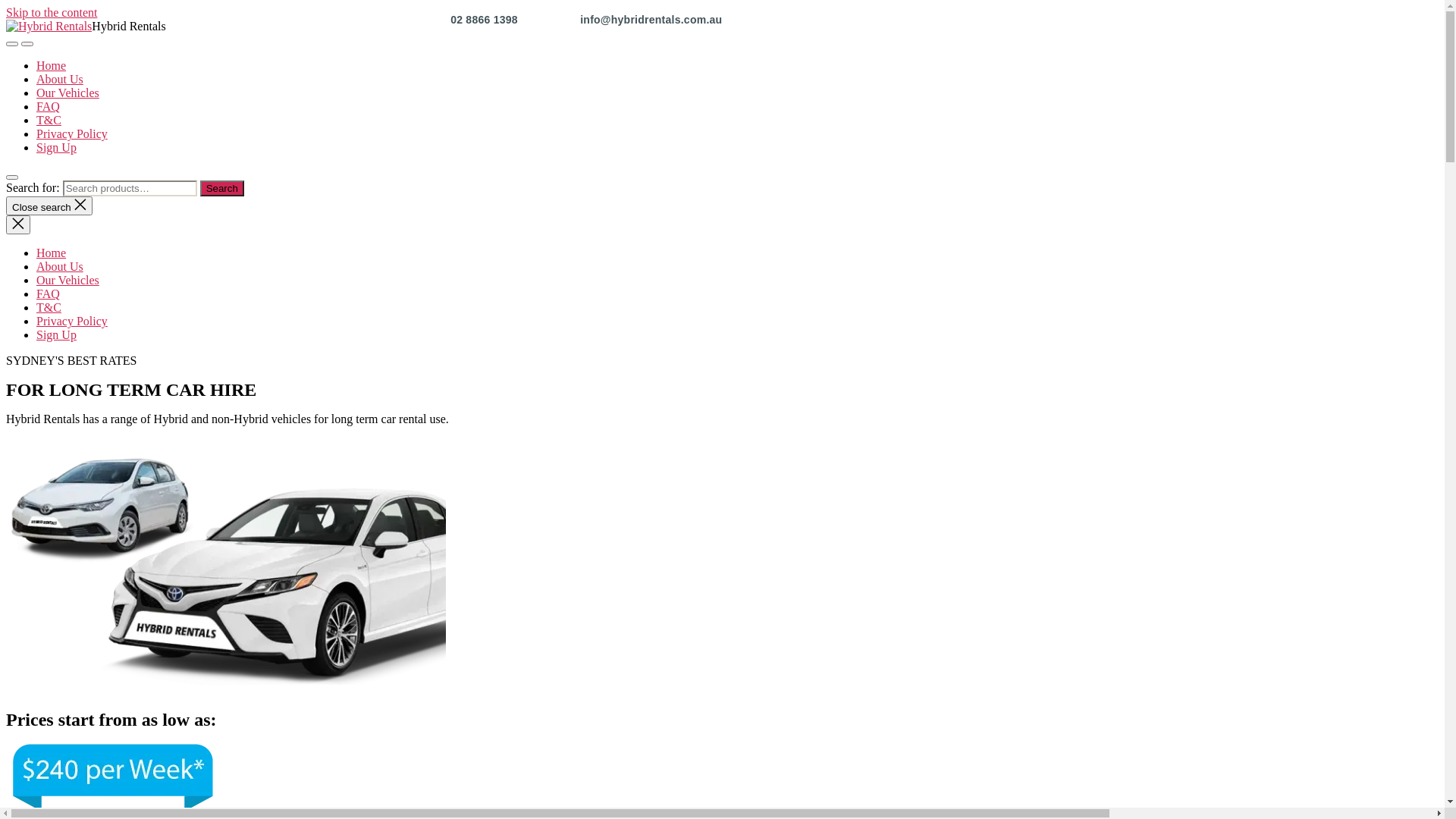 Image resolution: width=1456 pixels, height=819 pixels. Describe the element at coordinates (36, 334) in the screenshot. I see `'Sign Up'` at that location.